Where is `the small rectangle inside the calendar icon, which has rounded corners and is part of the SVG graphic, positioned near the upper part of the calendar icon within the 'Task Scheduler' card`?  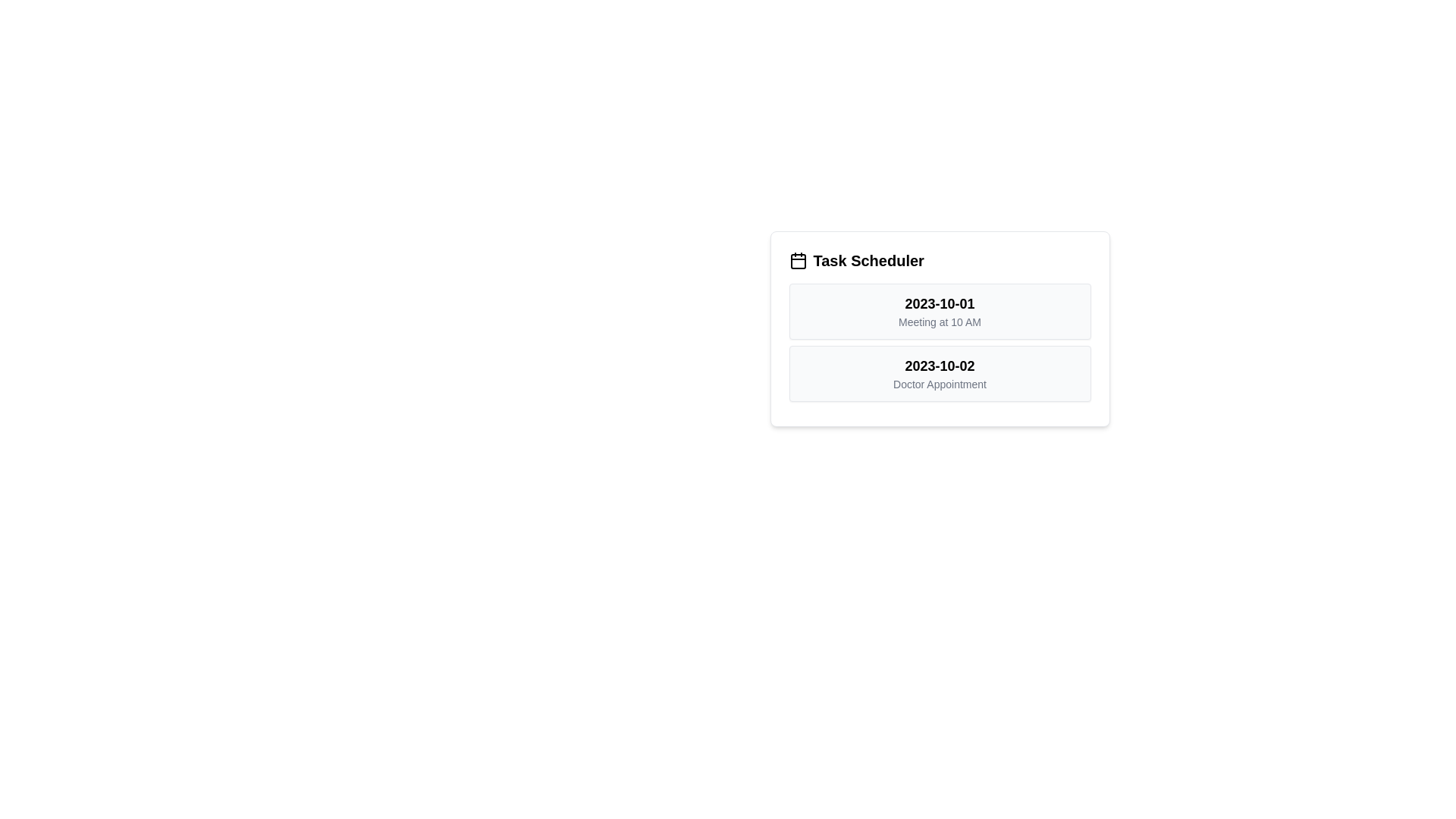 the small rectangle inside the calendar icon, which has rounded corners and is part of the SVG graphic, positioned near the upper part of the calendar icon within the 'Task Scheduler' card is located at coordinates (797, 260).